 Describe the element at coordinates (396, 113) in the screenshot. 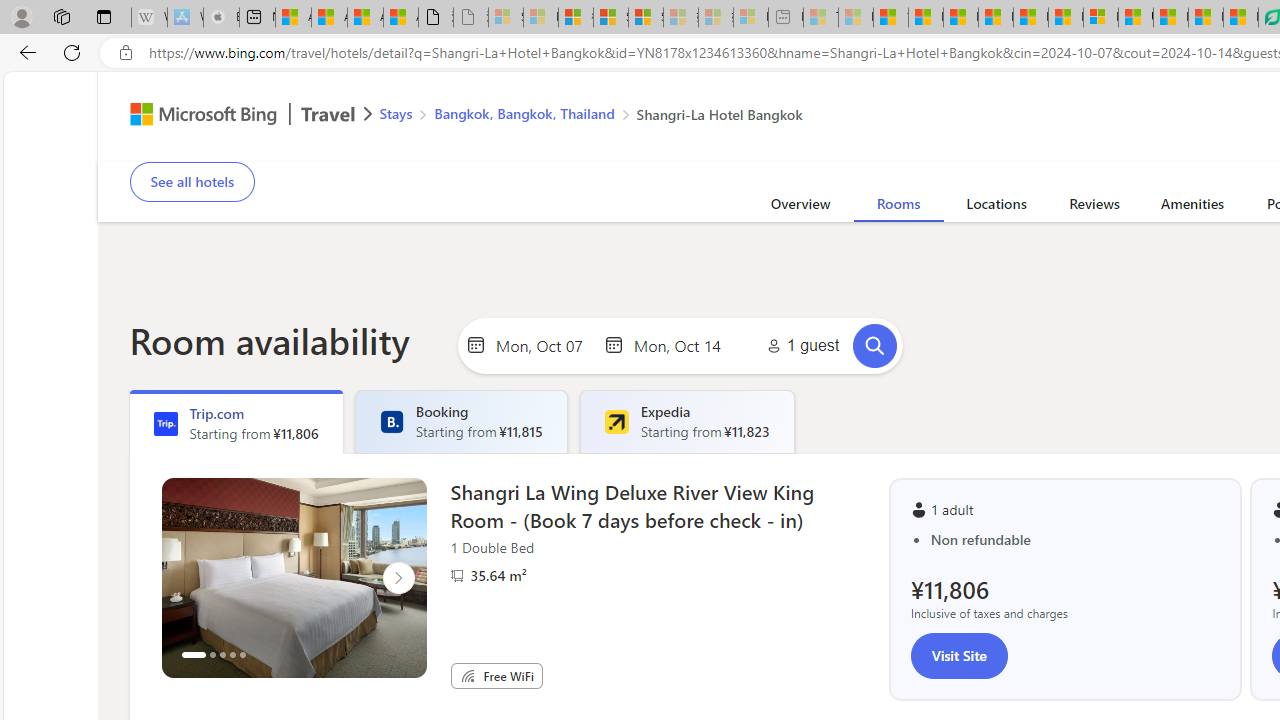

I see `'Stays'` at that location.